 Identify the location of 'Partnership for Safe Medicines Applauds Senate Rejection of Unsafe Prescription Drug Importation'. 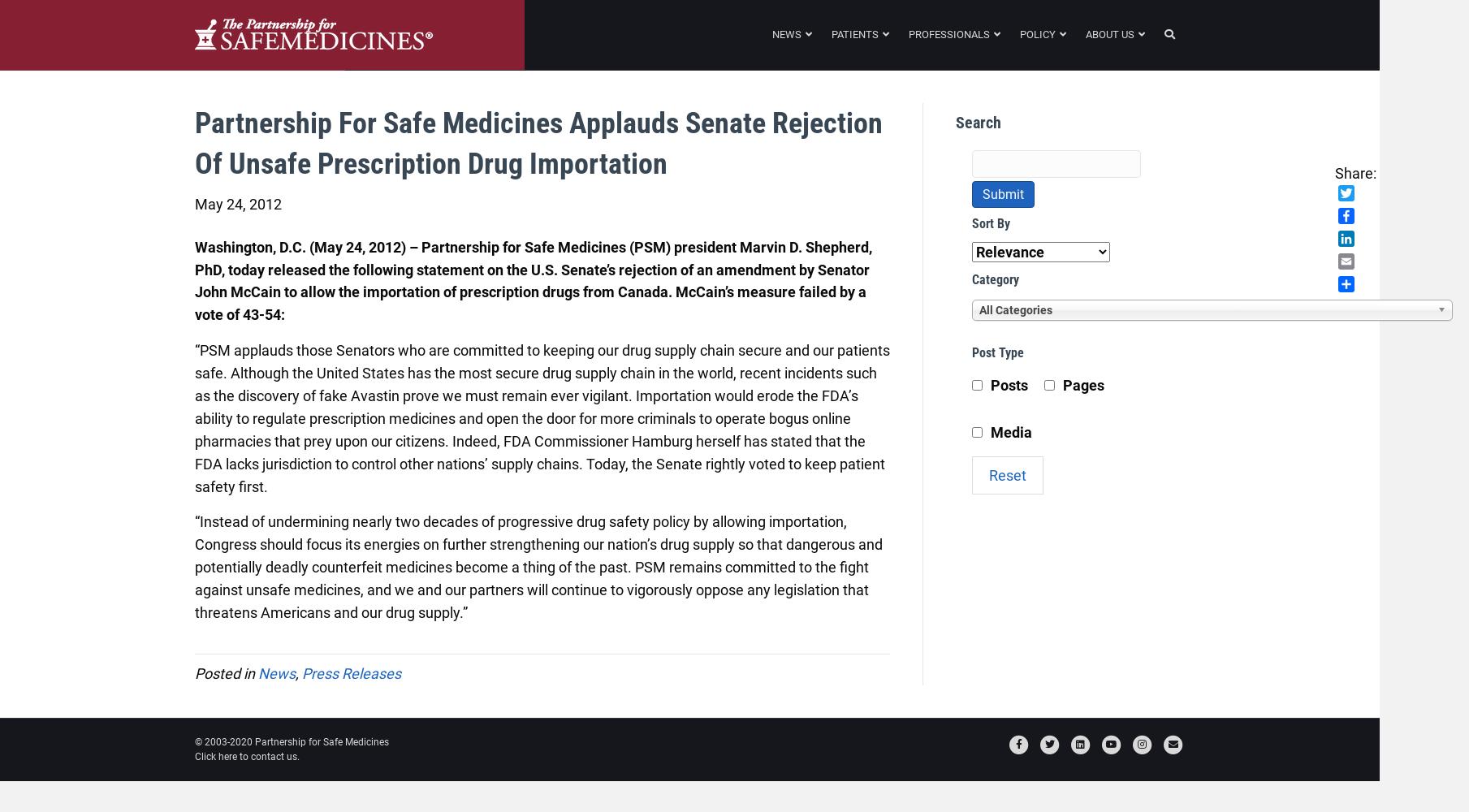
(538, 144).